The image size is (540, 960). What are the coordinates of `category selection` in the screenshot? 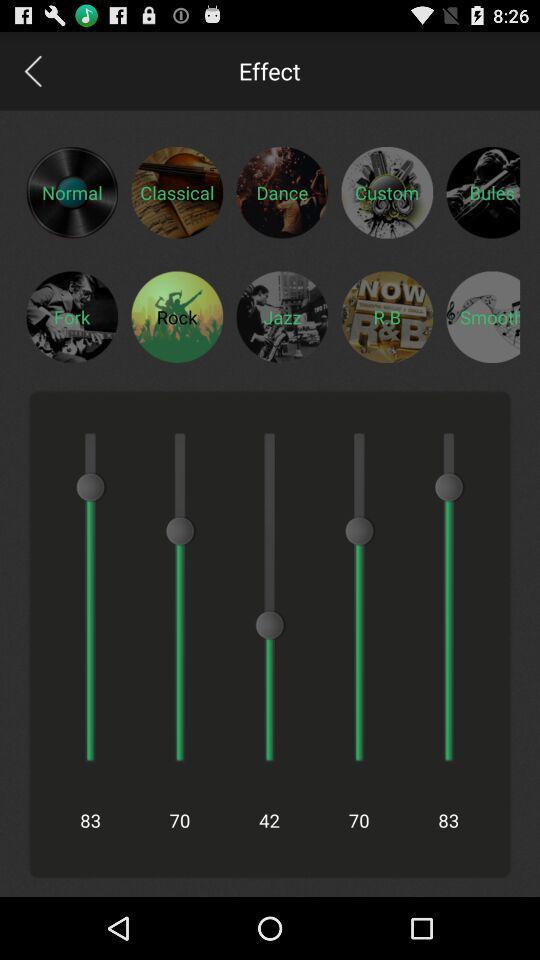 It's located at (482, 192).